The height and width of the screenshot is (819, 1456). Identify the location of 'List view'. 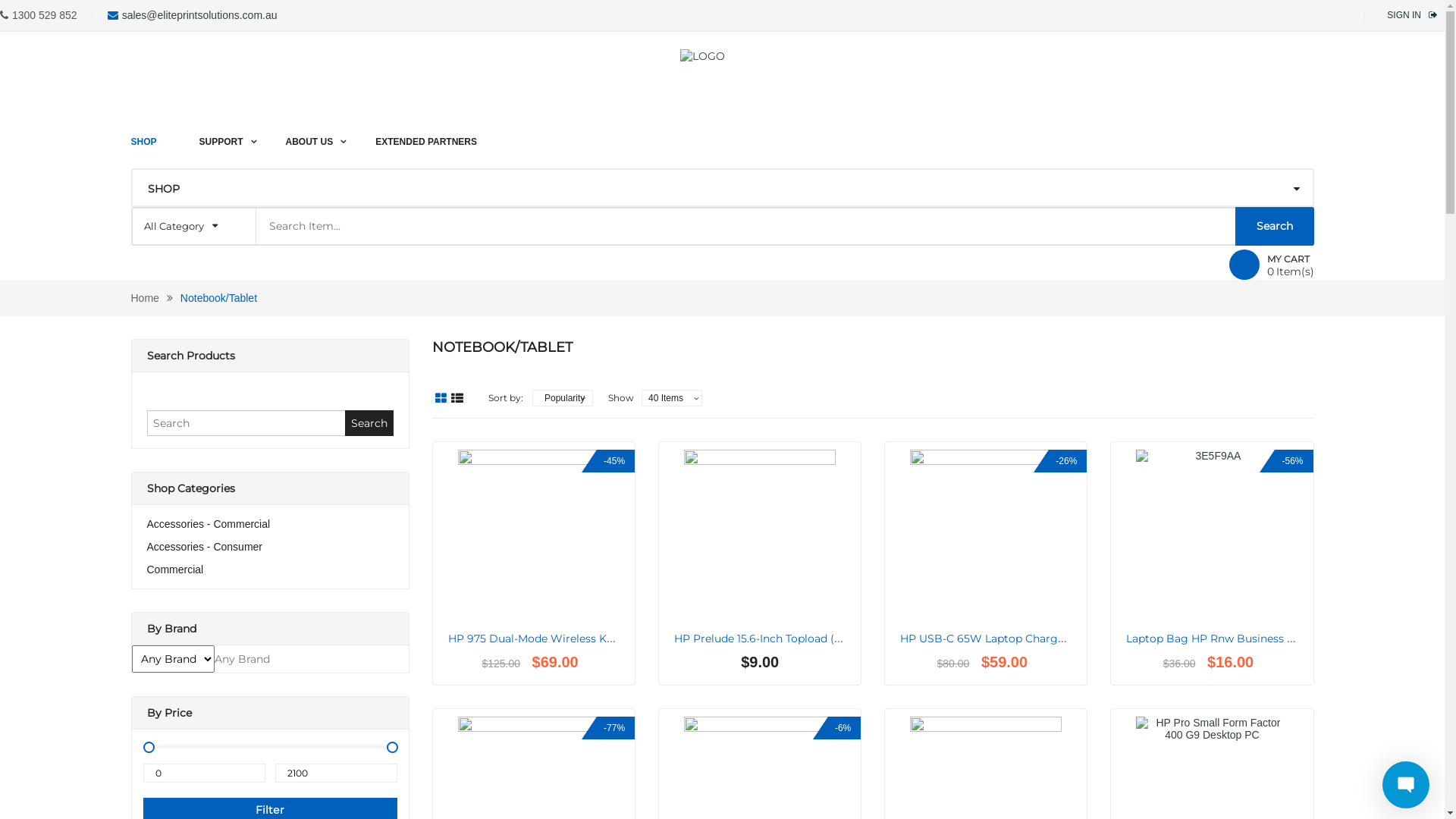
(457, 397).